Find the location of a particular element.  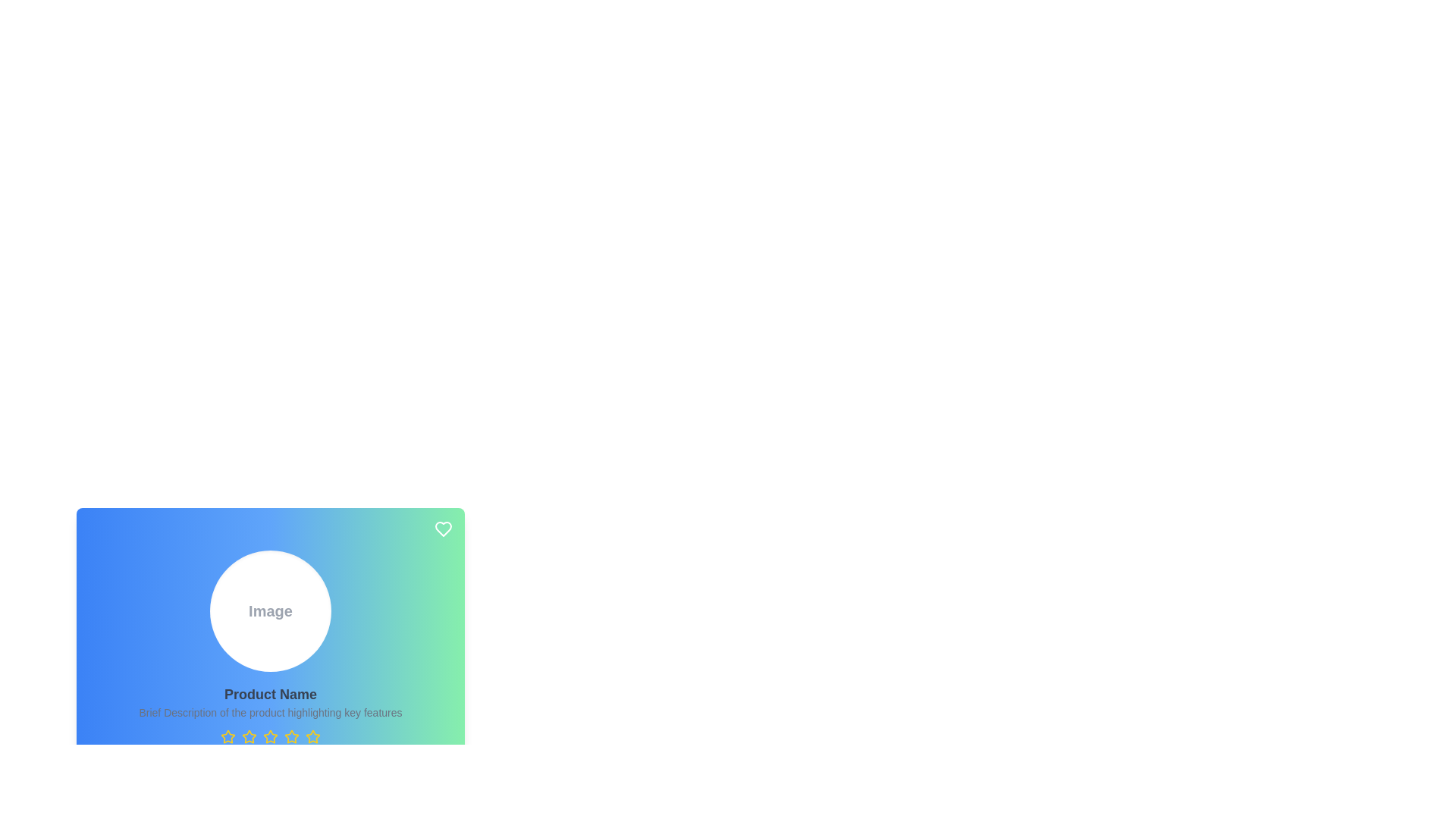

the fifth star icon to rate the item in the five-star rating system, located centrally at the bottom of the content card is located at coordinates (312, 736).